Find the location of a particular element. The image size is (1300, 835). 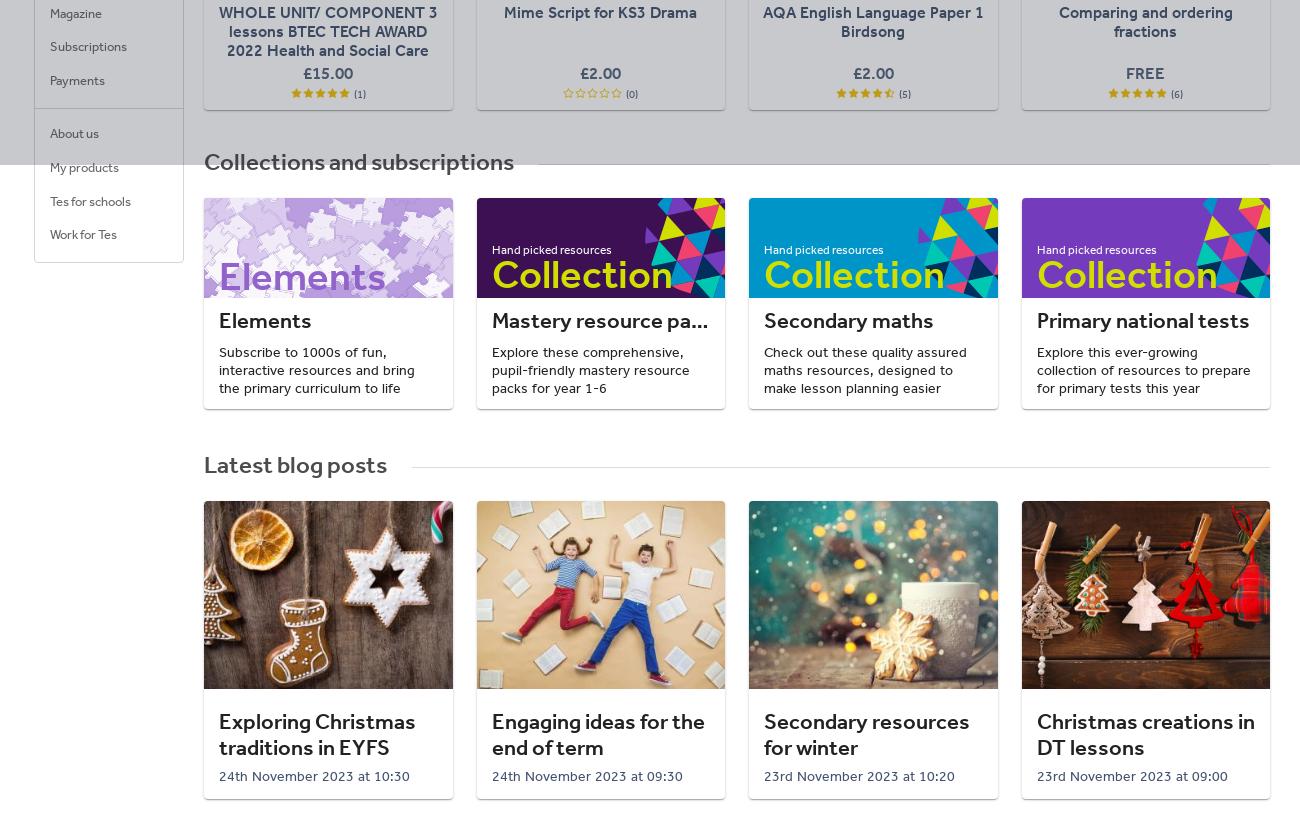

'Subscriptions' is located at coordinates (88, 46).